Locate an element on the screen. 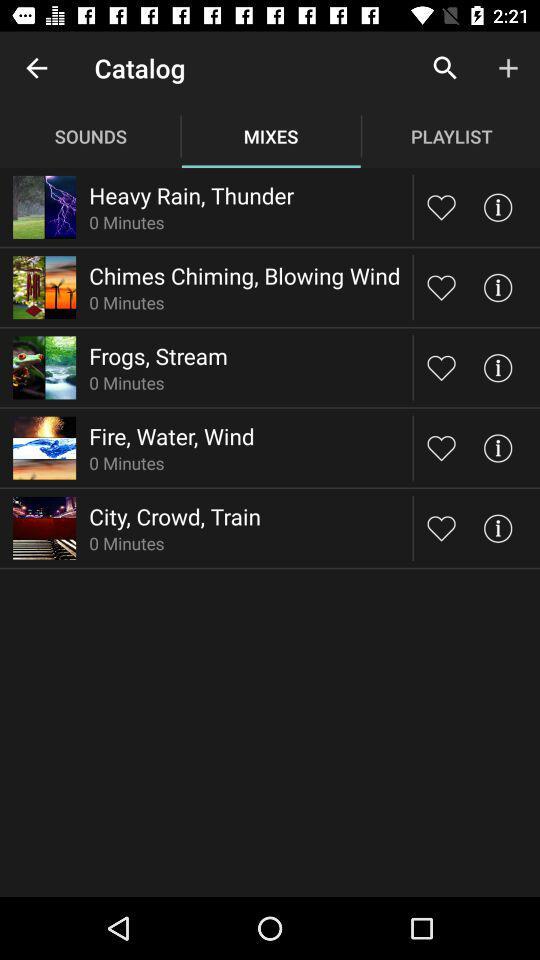  click the tick is located at coordinates (496, 527).